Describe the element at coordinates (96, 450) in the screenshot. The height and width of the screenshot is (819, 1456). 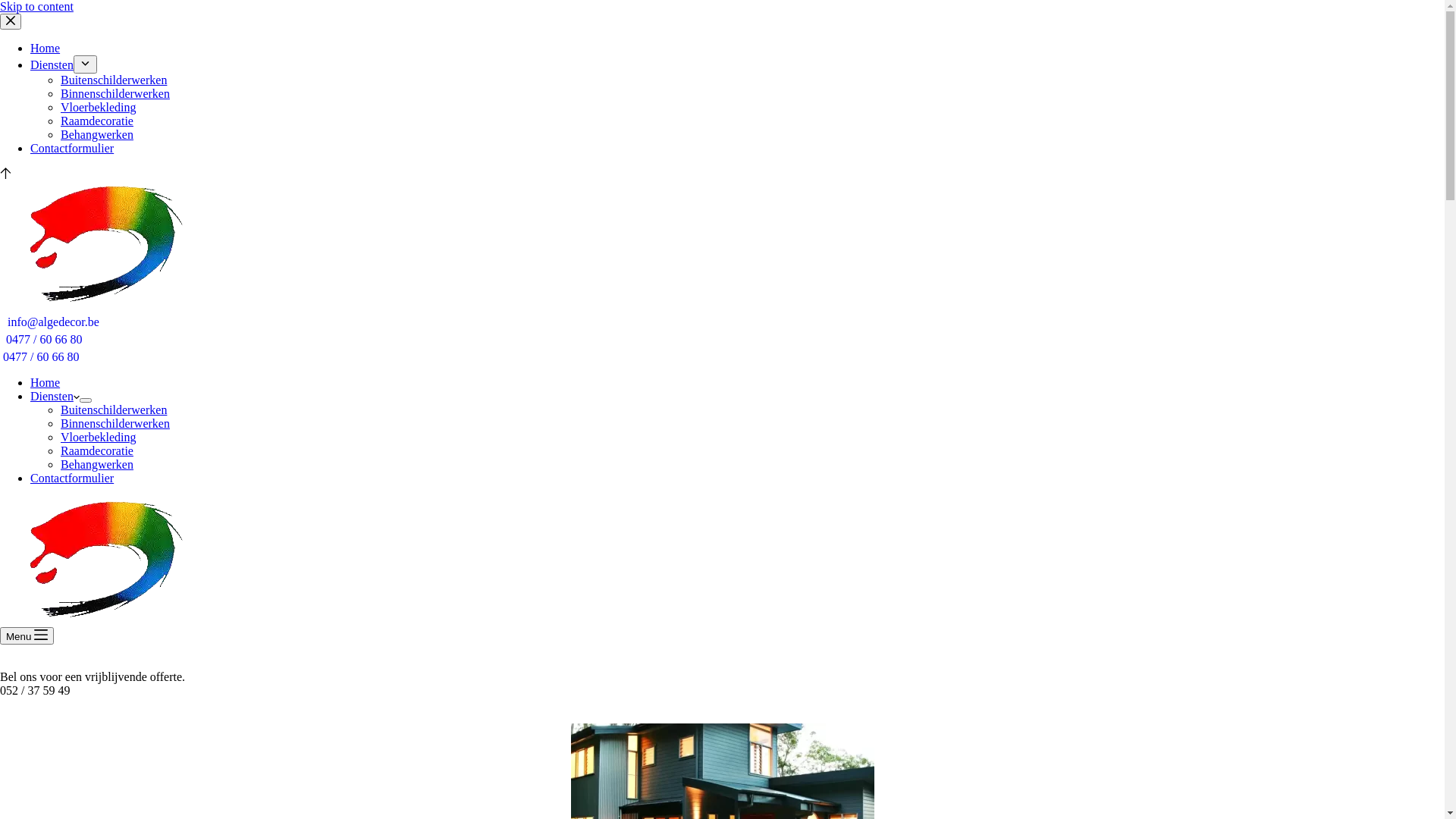
I see `'Raamdecoratie'` at that location.